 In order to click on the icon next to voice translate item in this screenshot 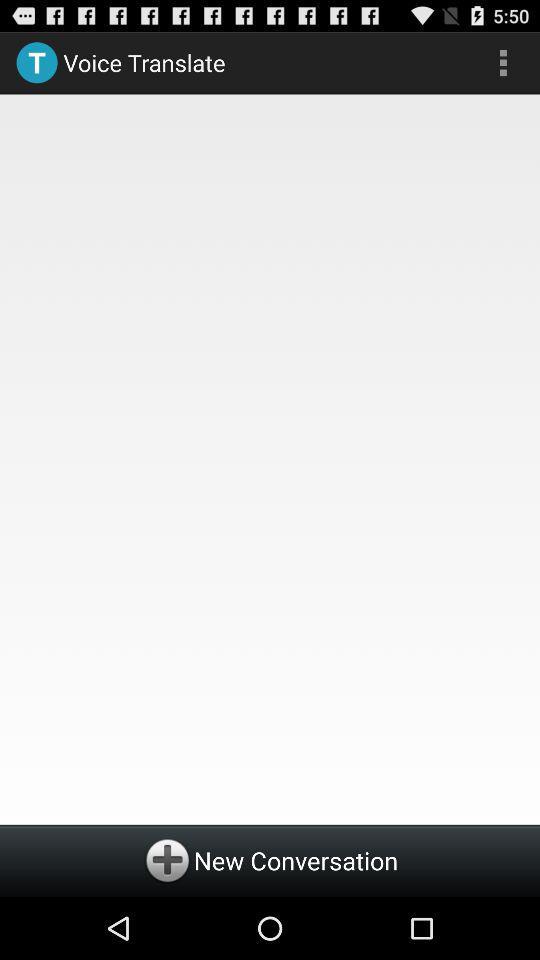, I will do `click(502, 62)`.